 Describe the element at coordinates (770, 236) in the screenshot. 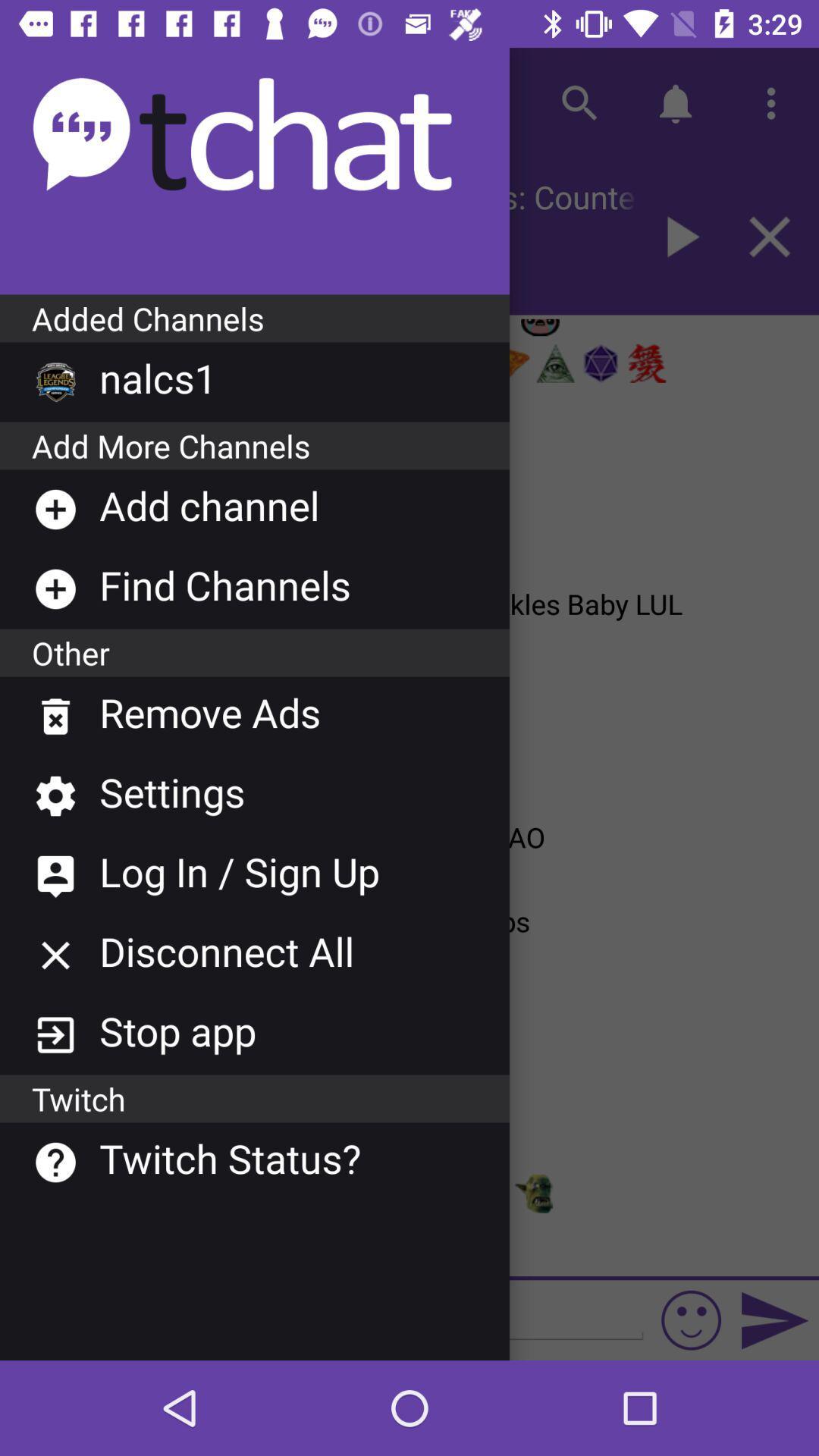

I see `the close icon` at that location.